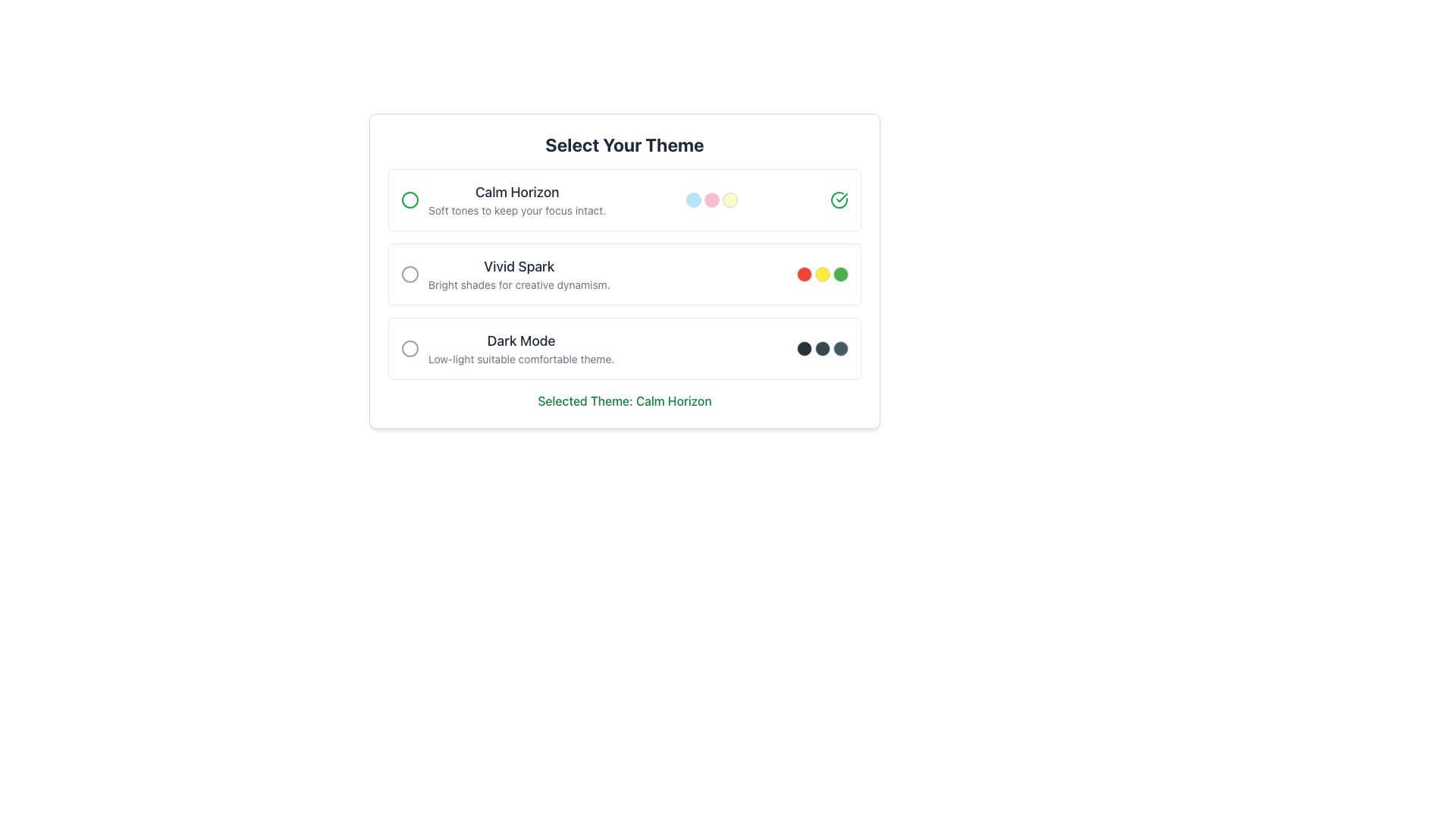 Image resolution: width=1456 pixels, height=819 pixels. I want to click on the radio circle associated with the 'Dark Mode' theme option, so click(507, 348).